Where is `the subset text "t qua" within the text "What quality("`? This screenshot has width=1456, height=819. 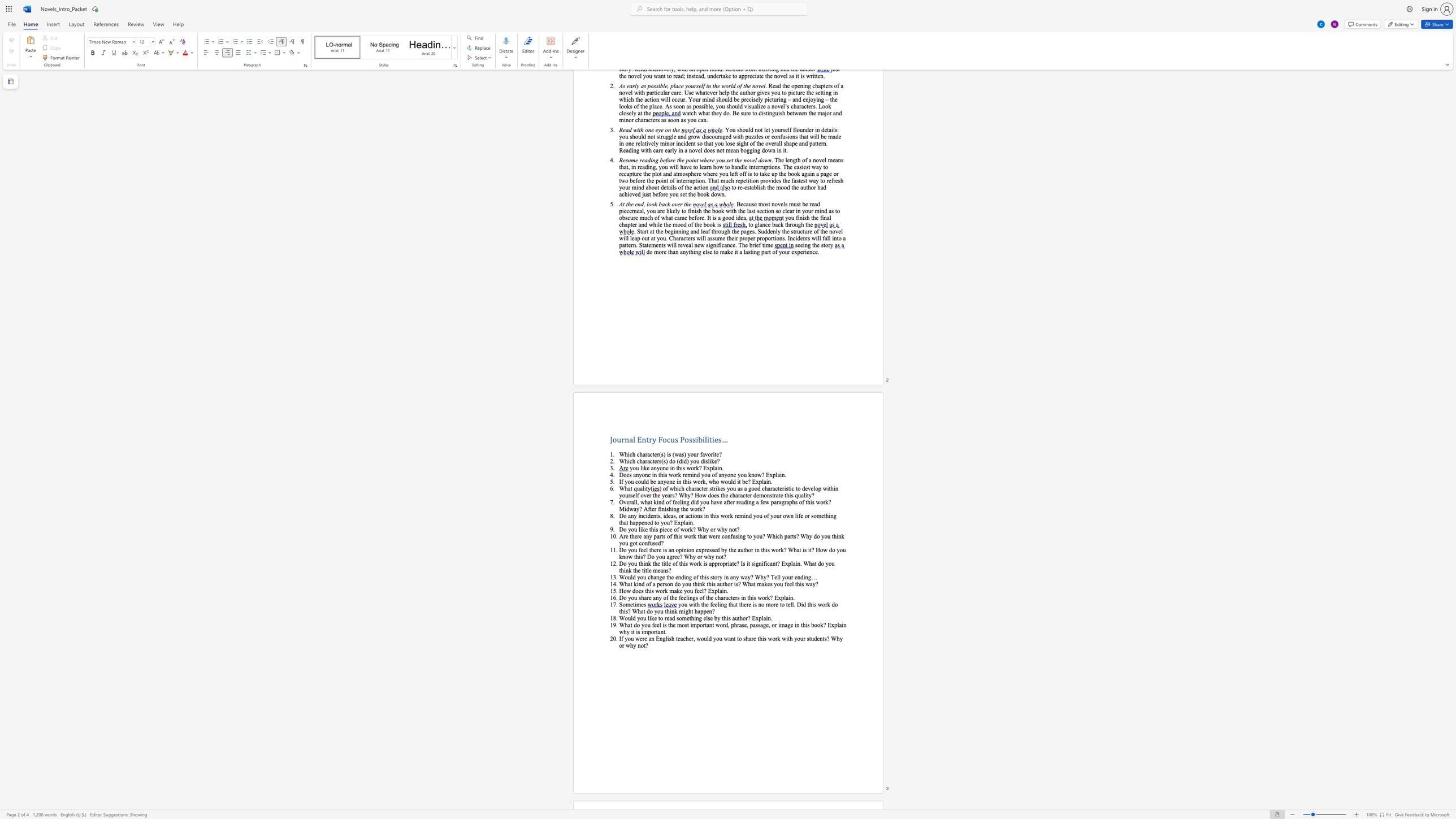 the subset text "t qua" within the text "What quality(" is located at coordinates (630, 488).